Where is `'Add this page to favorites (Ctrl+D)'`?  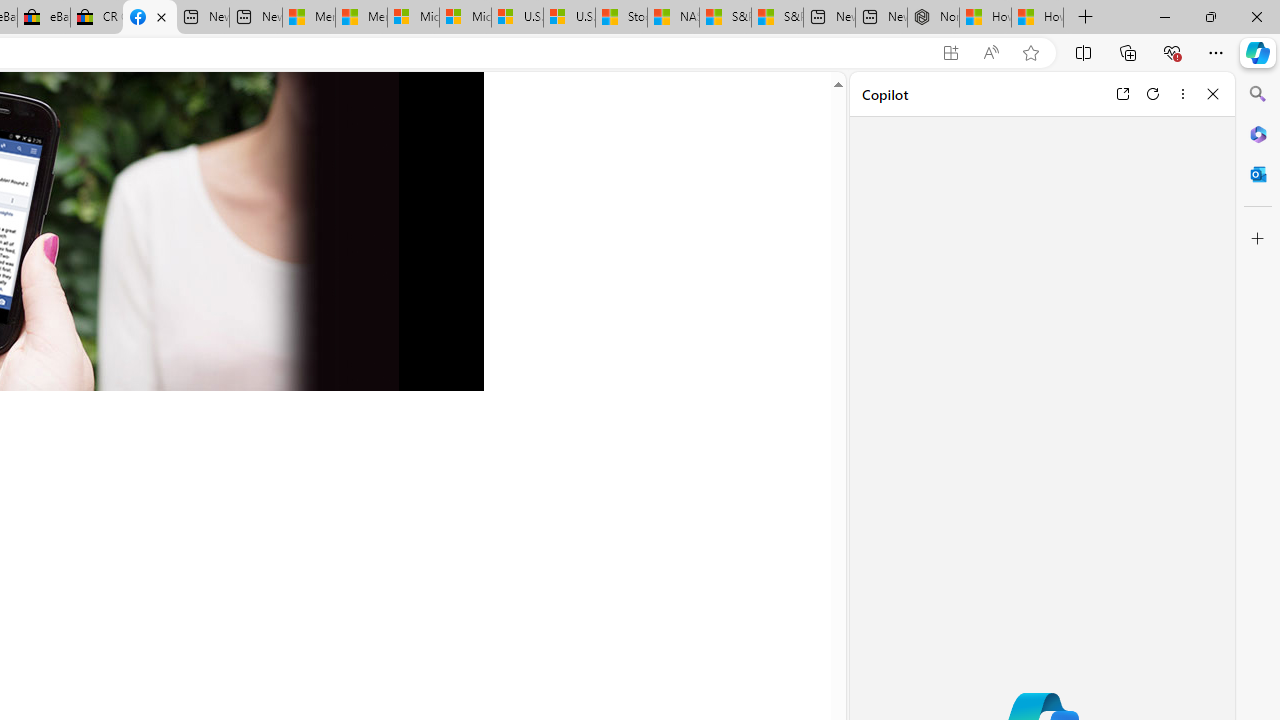 'Add this page to favorites (Ctrl+D)' is located at coordinates (1031, 52).